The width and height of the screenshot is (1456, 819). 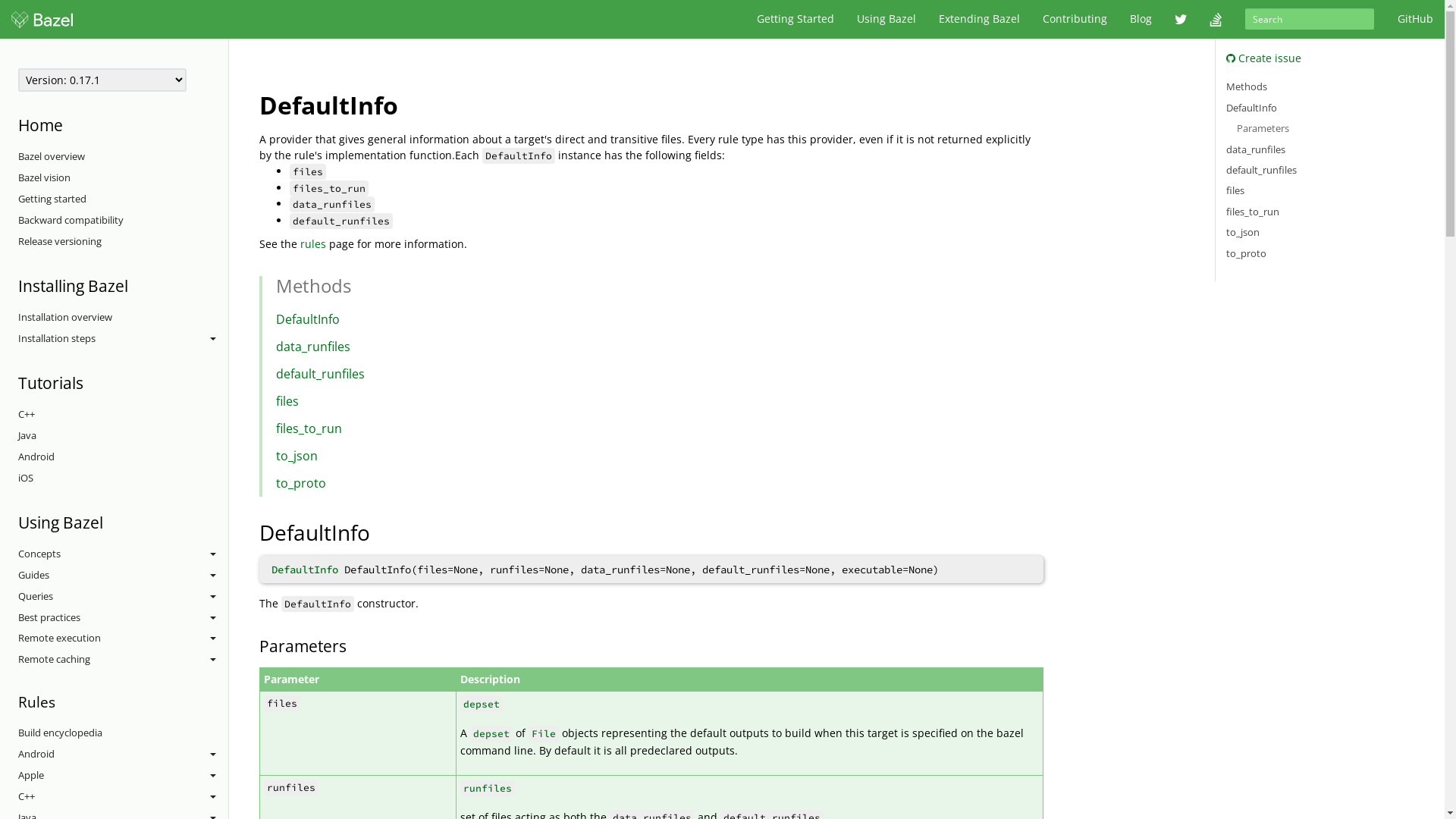 I want to click on 'Release versioning', so click(x=123, y=241).